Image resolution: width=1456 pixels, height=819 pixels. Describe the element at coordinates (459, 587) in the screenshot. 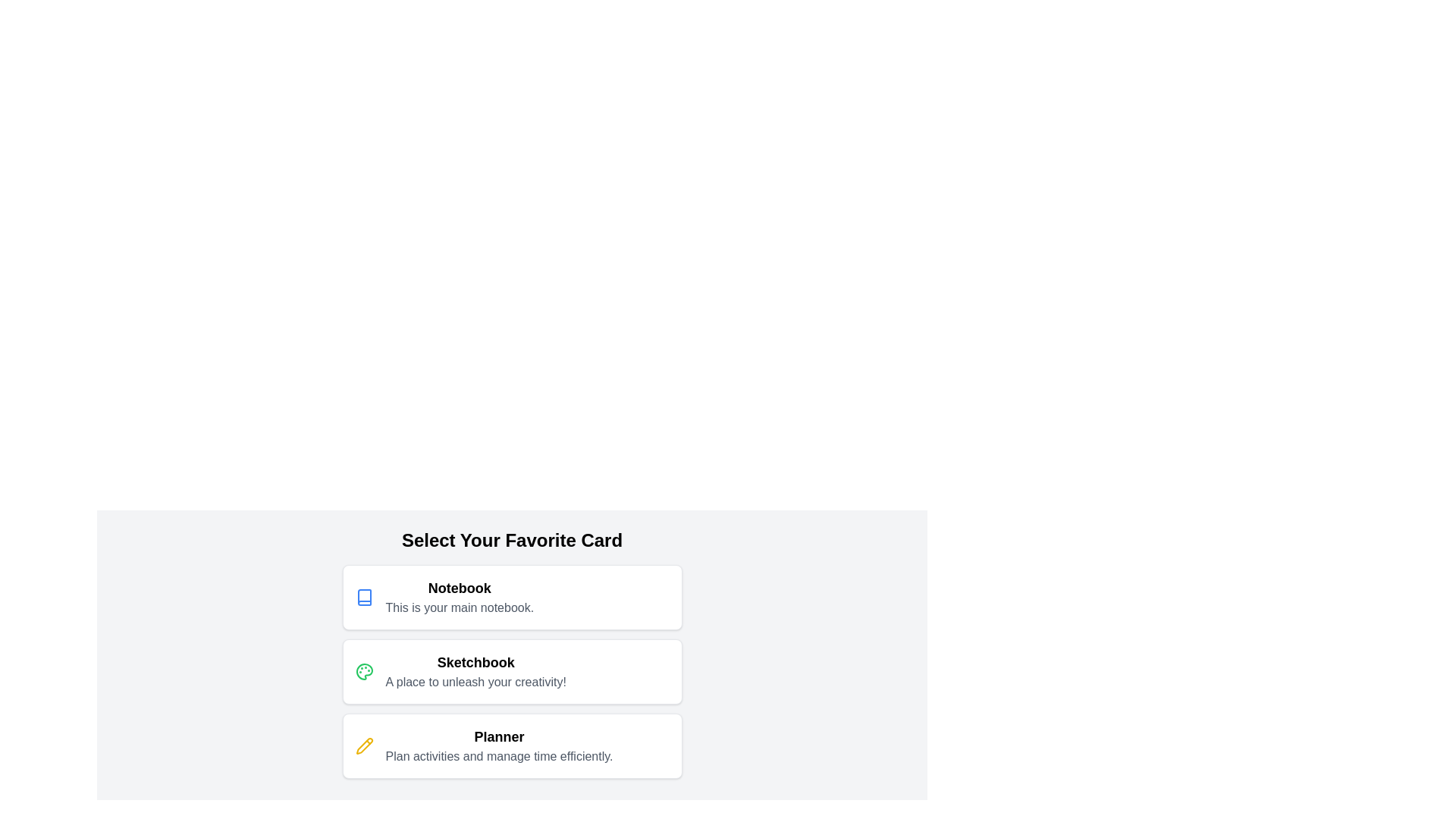

I see `the 'Notebook' heading element, which is located at the top-left corner of the topmost card in the list, above its description text and beside a graphical icon` at that location.